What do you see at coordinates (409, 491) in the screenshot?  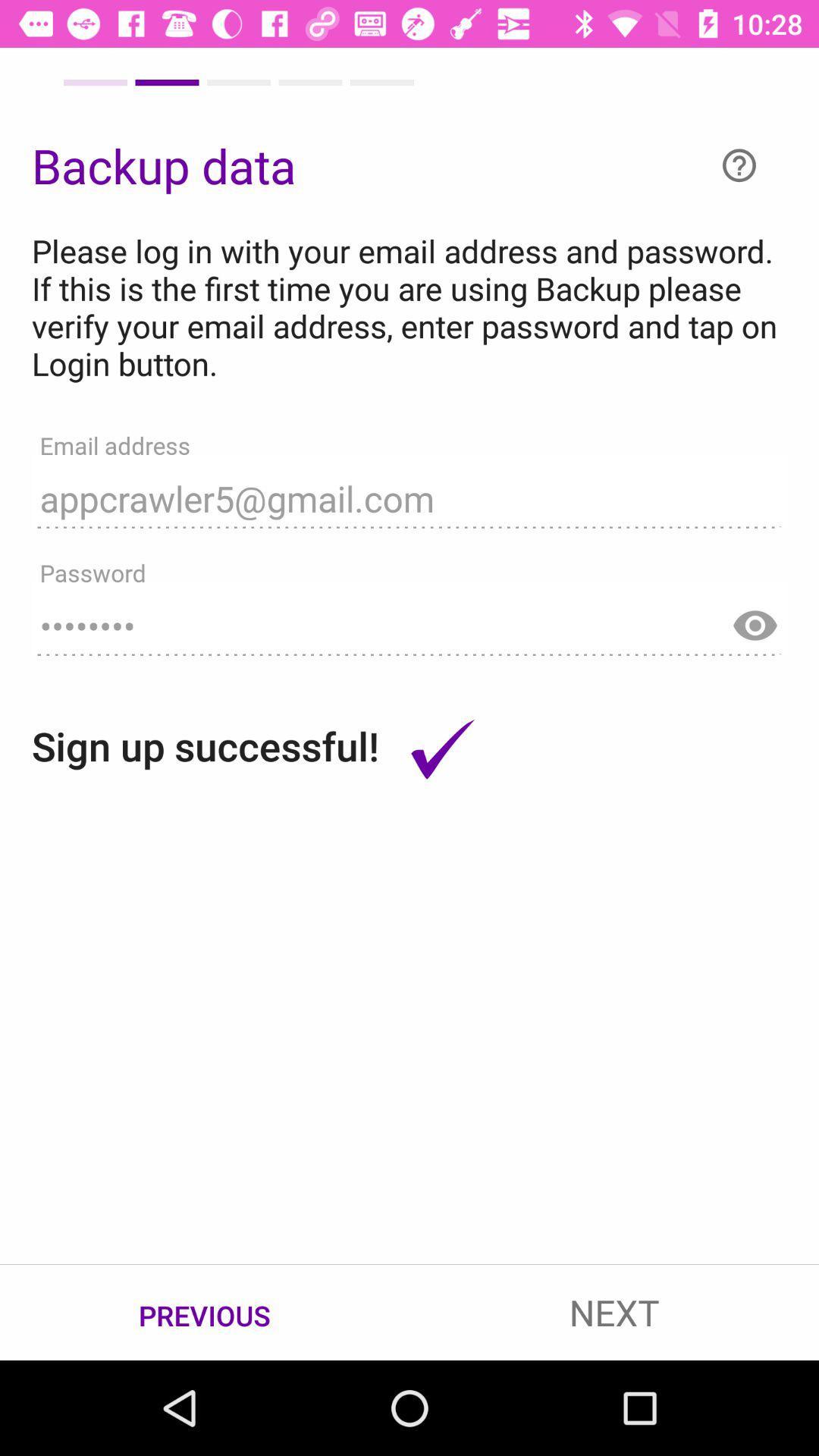 I see `the item below the please log in item` at bounding box center [409, 491].